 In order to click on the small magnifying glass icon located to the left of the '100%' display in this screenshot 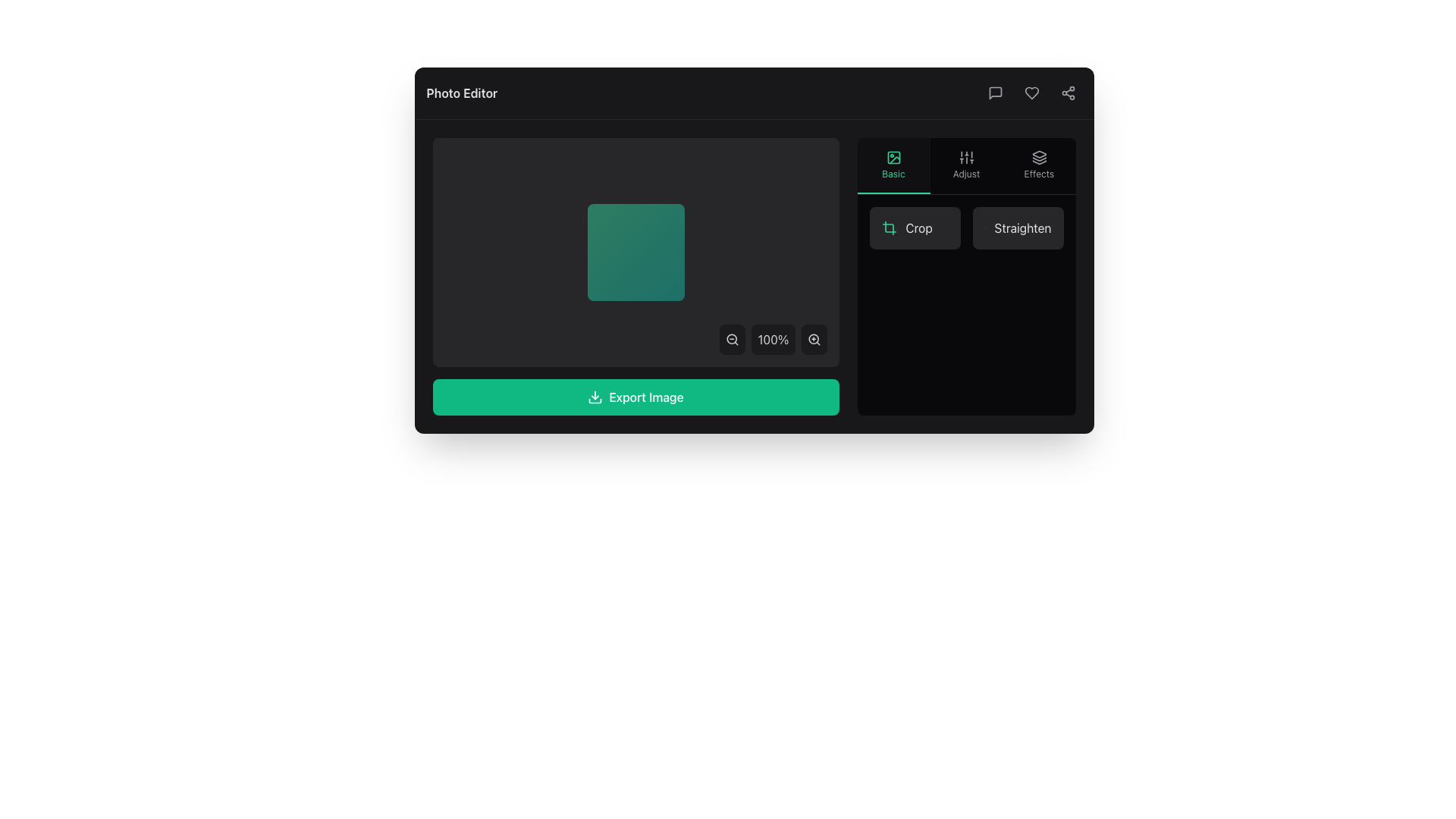, I will do `click(733, 338)`.